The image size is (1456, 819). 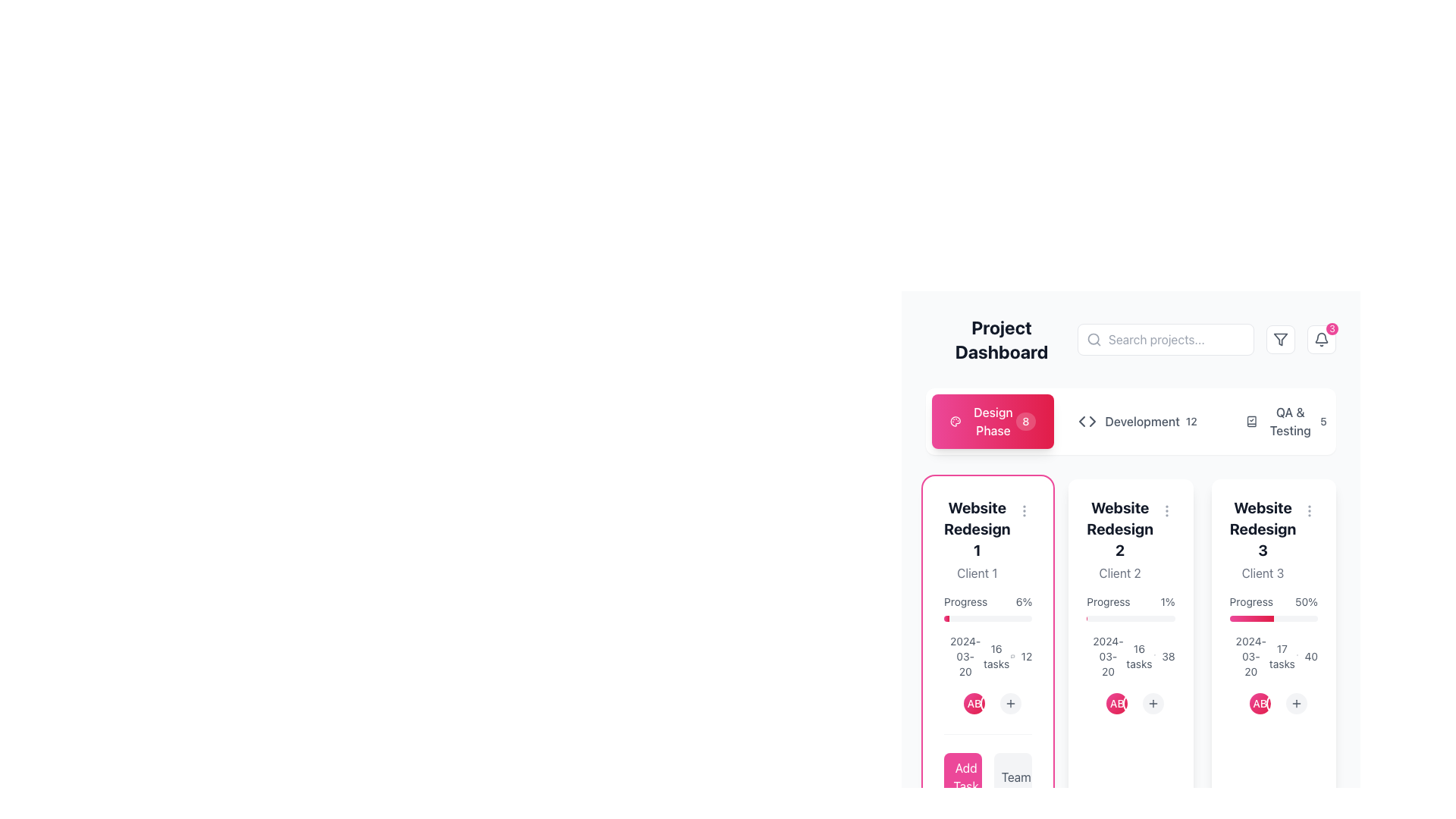 I want to click on the coding symbol icon located to the left of the 'Development' text in the top navigation bar as an indicator, so click(x=1086, y=421).